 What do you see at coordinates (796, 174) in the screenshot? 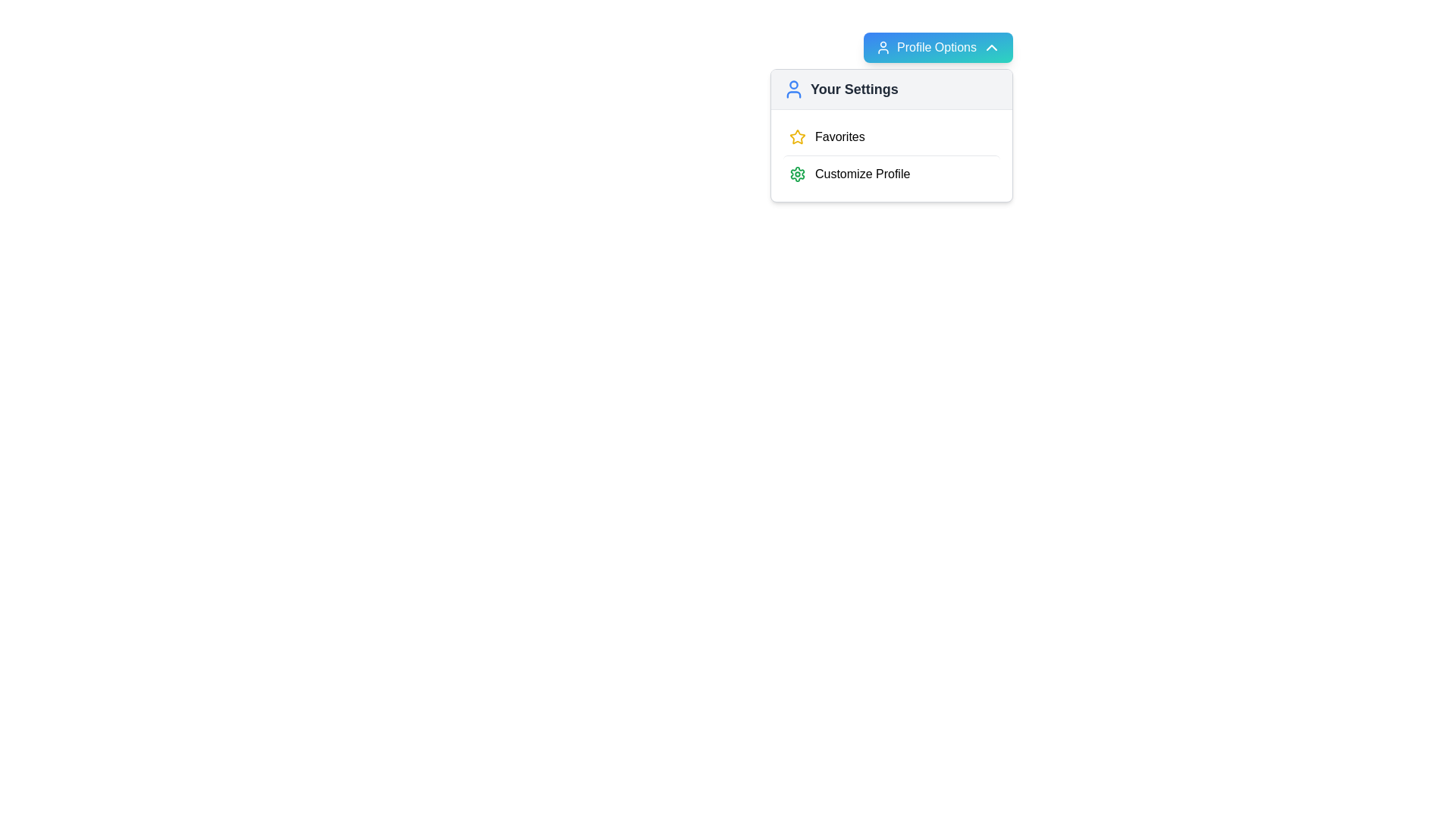
I see `the 'Customize Profile' text located to the right of the green gear icon within the dropdown menu under 'Profile Options'` at bounding box center [796, 174].